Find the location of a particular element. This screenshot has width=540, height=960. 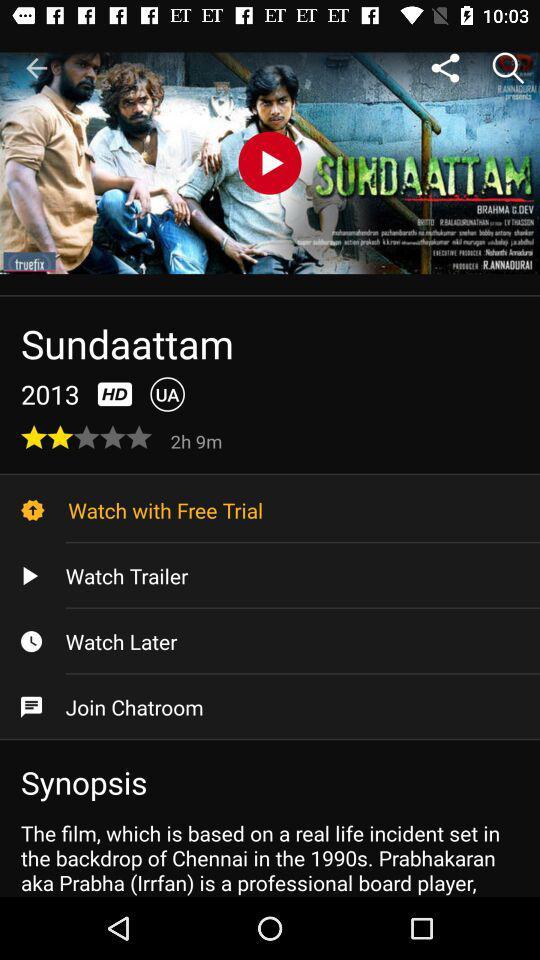

item below the watch later icon is located at coordinates (270, 707).